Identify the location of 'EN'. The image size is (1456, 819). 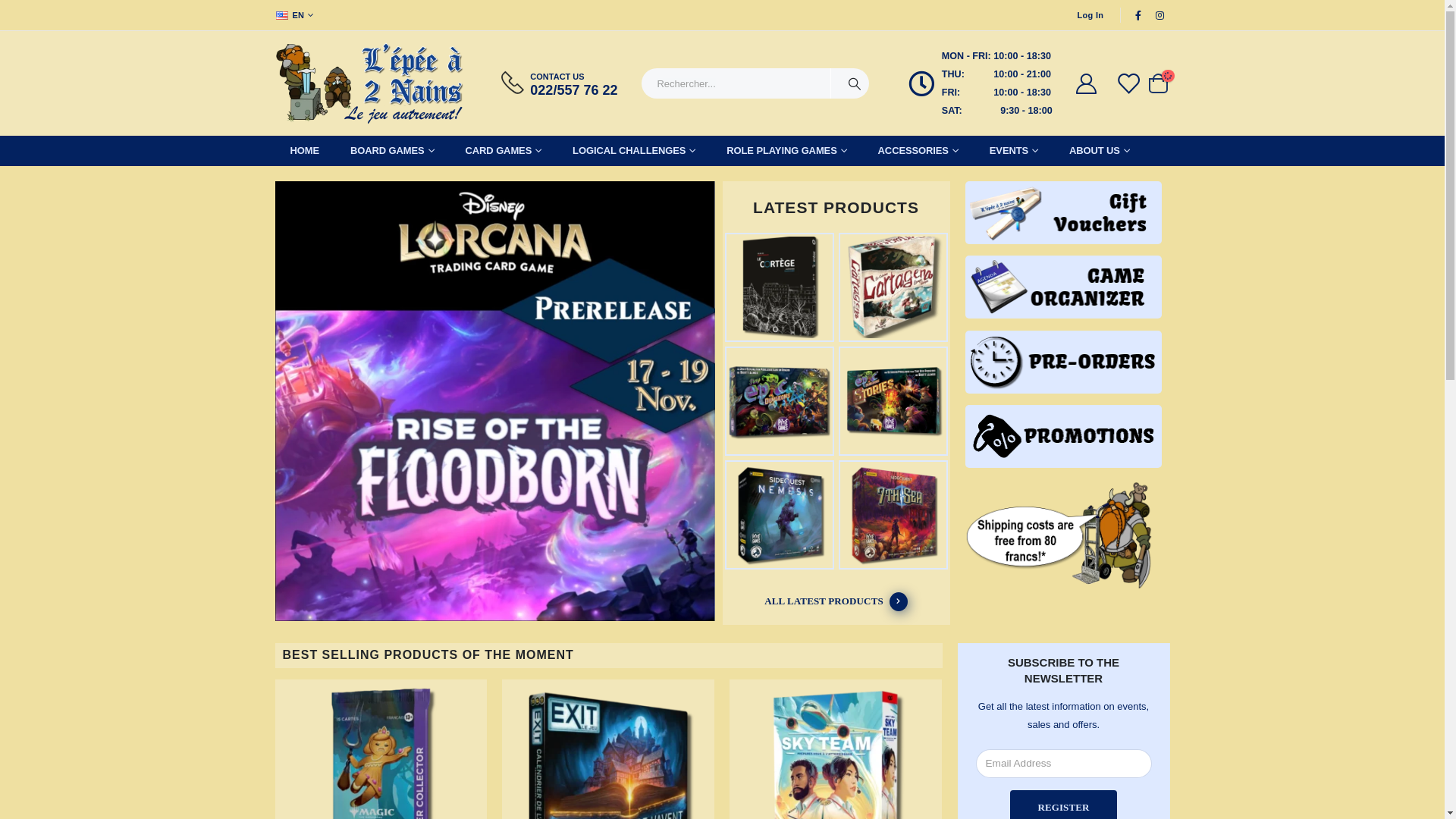
(295, 14).